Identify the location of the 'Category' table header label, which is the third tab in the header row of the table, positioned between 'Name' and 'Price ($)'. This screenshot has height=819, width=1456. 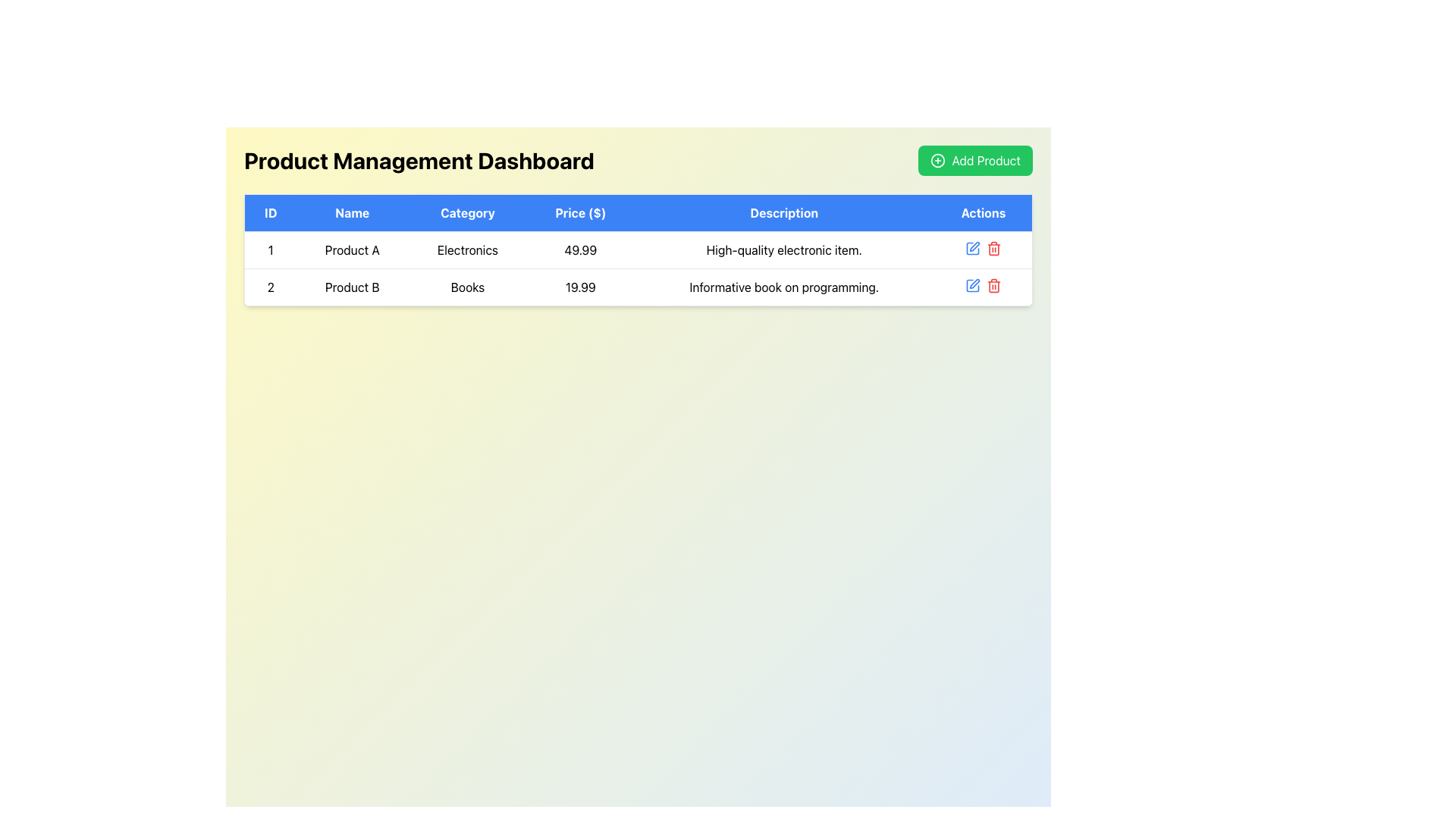
(467, 213).